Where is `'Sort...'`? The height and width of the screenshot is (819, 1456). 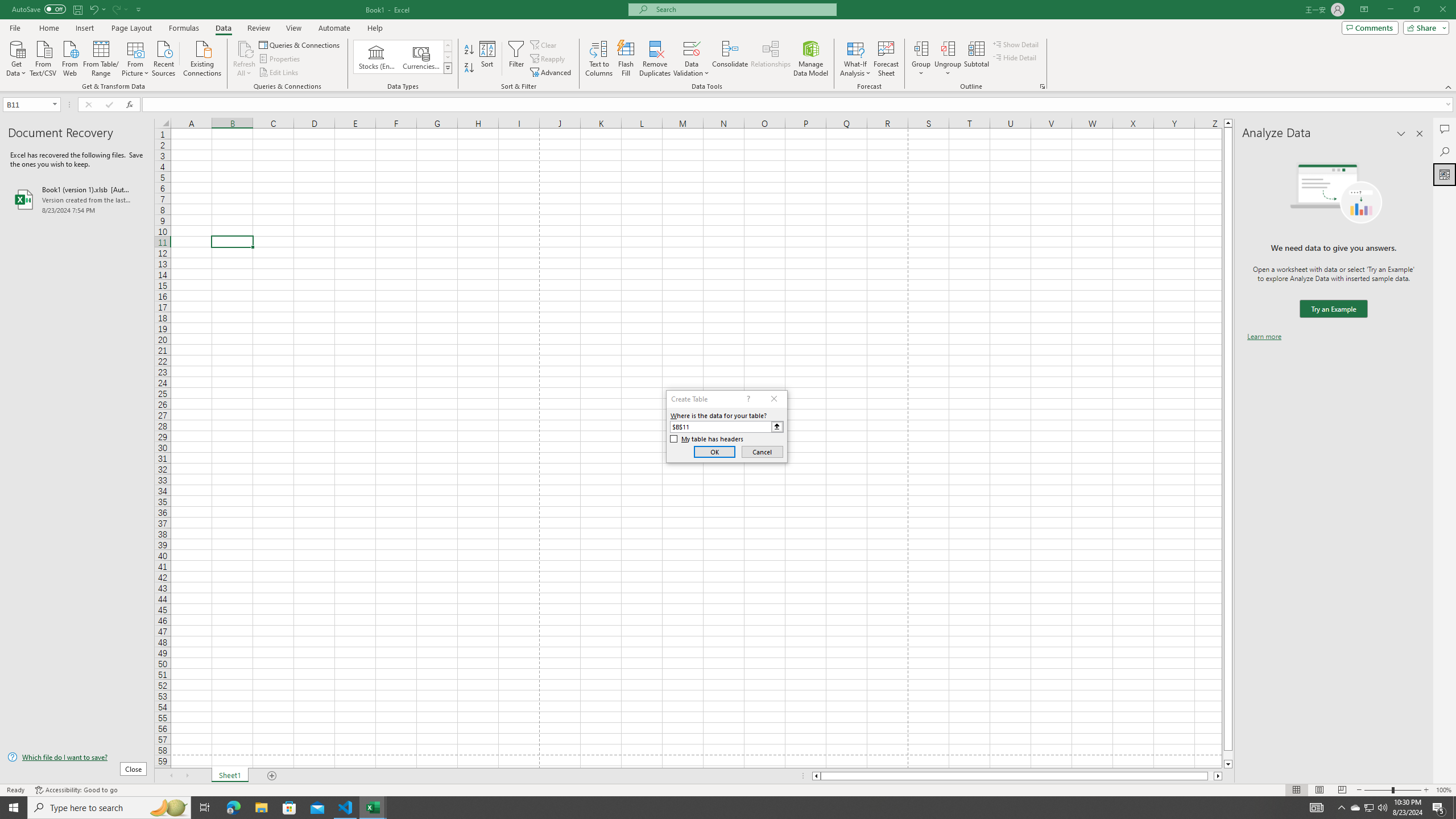
'Sort...' is located at coordinates (487, 59).